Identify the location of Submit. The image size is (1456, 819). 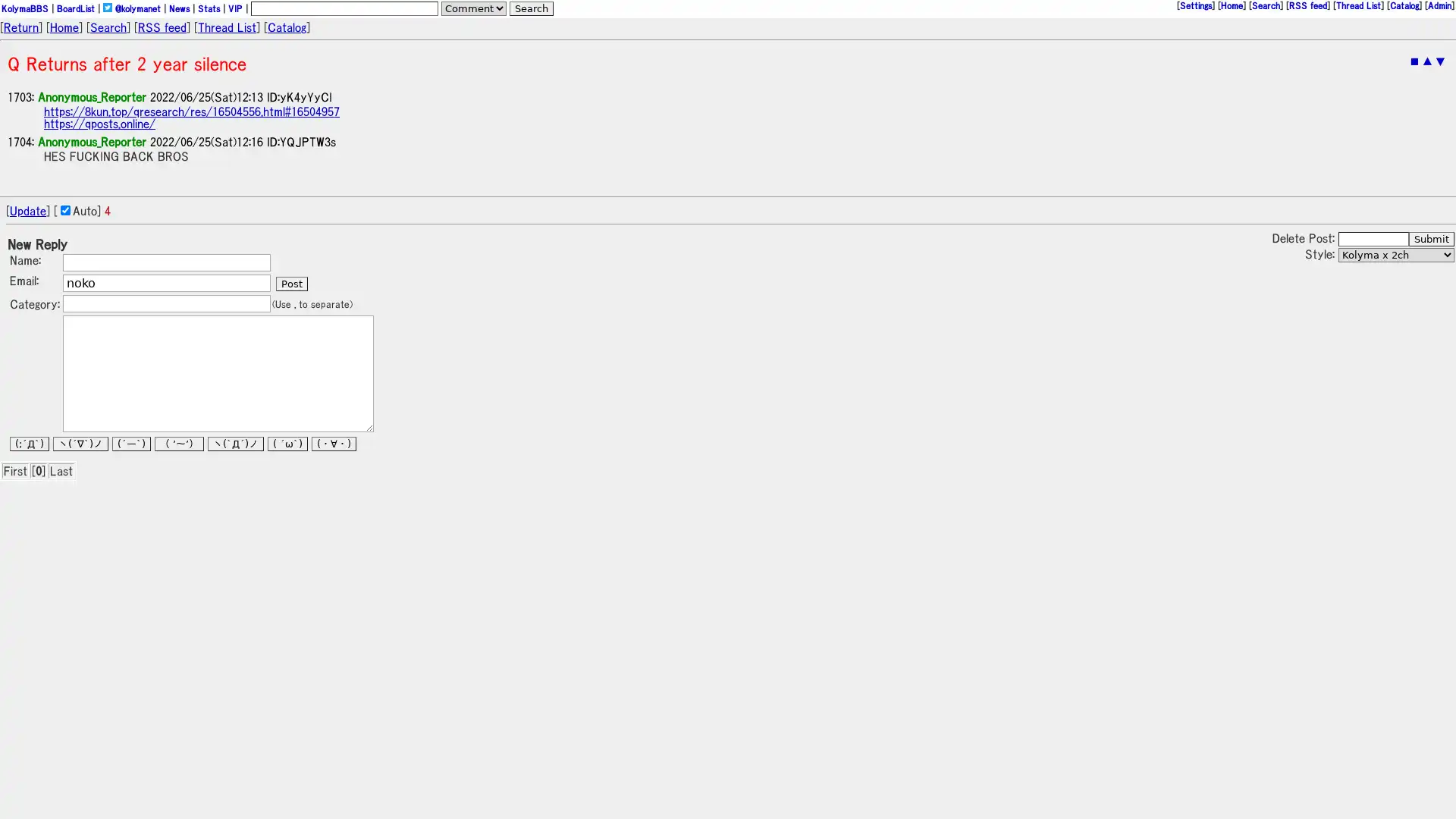
(1430, 239).